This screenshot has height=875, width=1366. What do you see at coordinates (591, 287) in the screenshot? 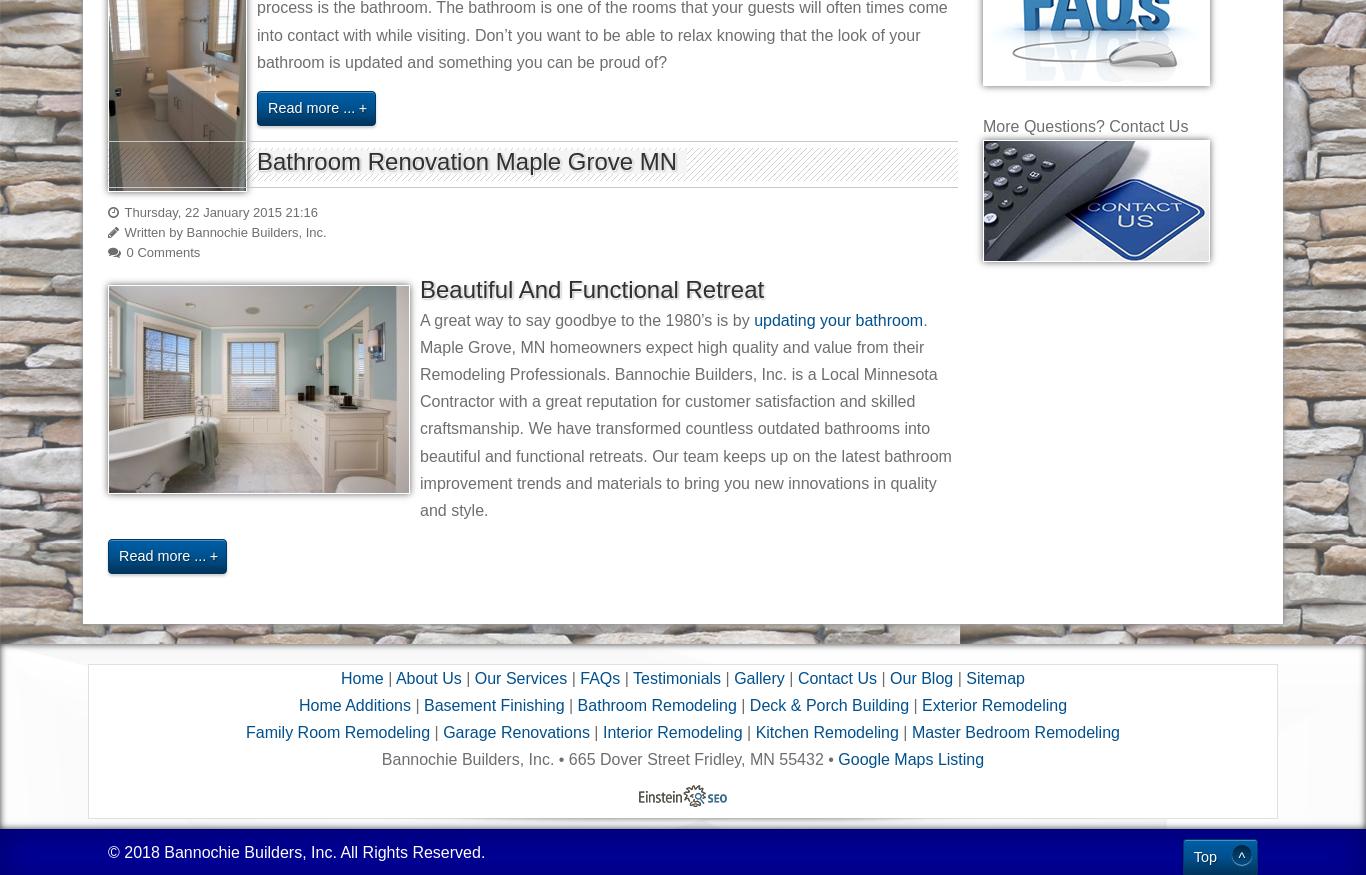
I see `'Beautiful And Functional Retreat'` at bounding box center [591, 287].